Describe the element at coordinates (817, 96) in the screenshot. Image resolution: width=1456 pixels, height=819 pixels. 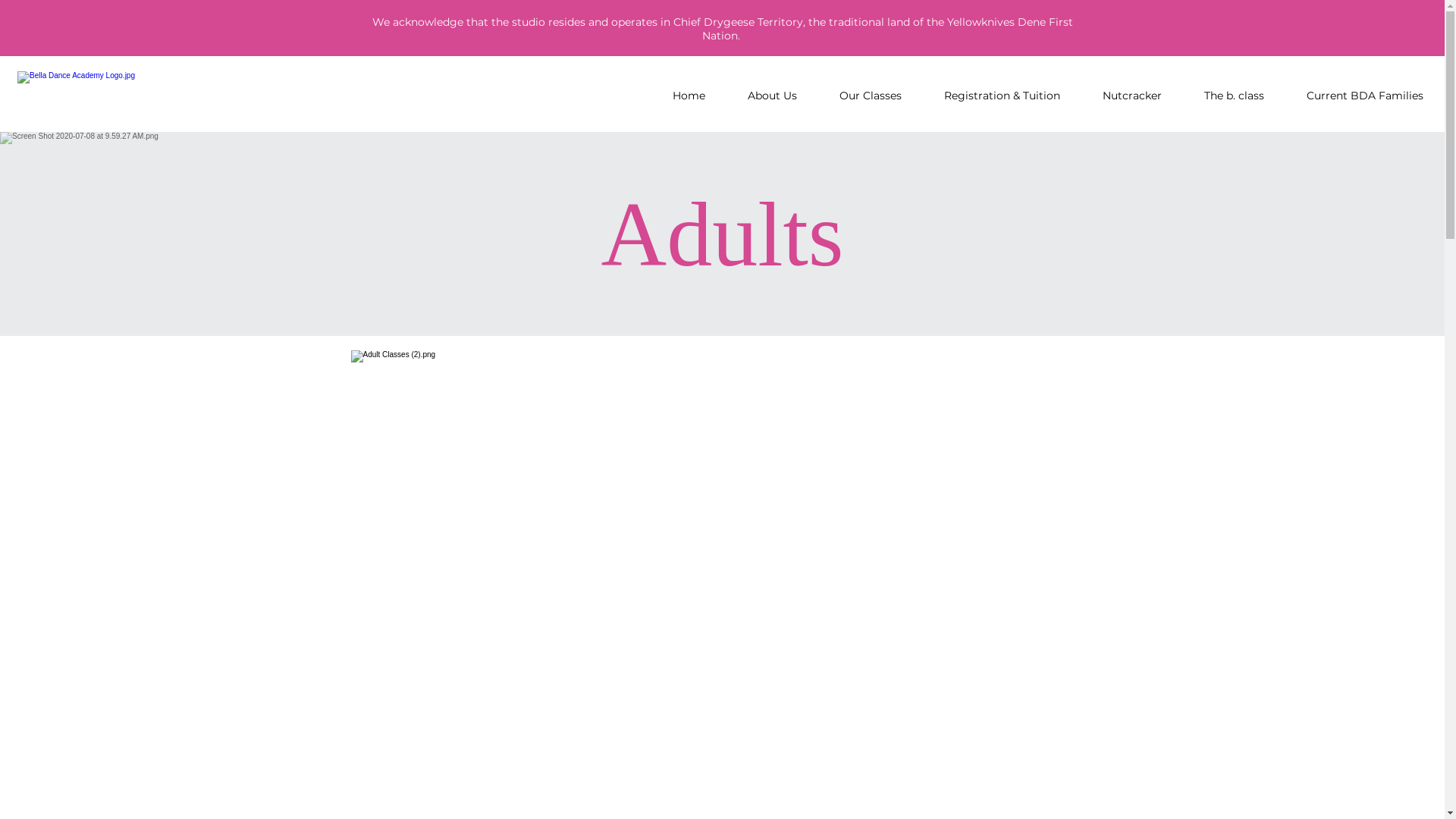
I see `'Our Classes'` at that location.